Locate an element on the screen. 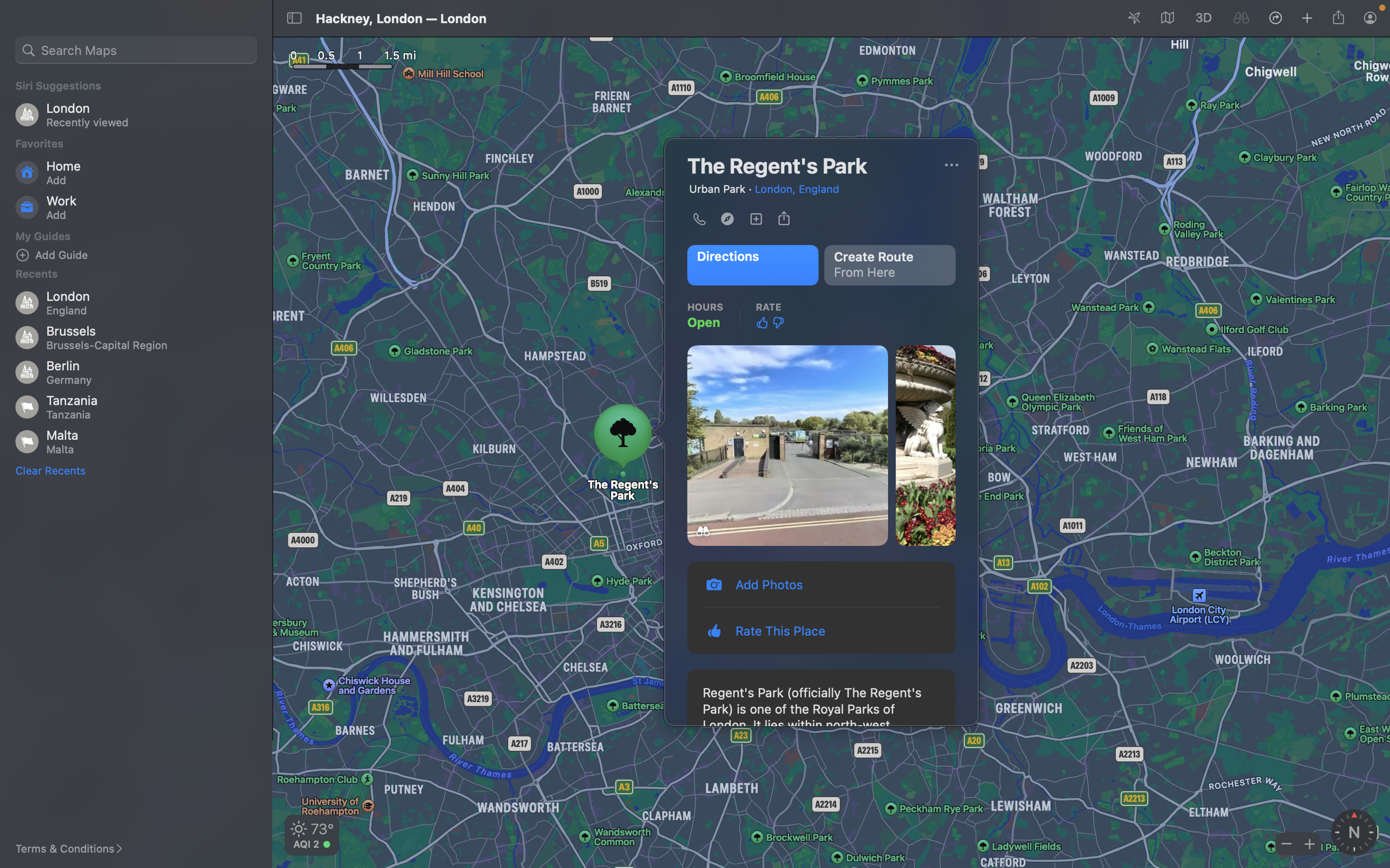 This screenshot has height=868, width=1390. Add a photo of the place by clicking on the "add photos" button is located at coordinates (822, 583).